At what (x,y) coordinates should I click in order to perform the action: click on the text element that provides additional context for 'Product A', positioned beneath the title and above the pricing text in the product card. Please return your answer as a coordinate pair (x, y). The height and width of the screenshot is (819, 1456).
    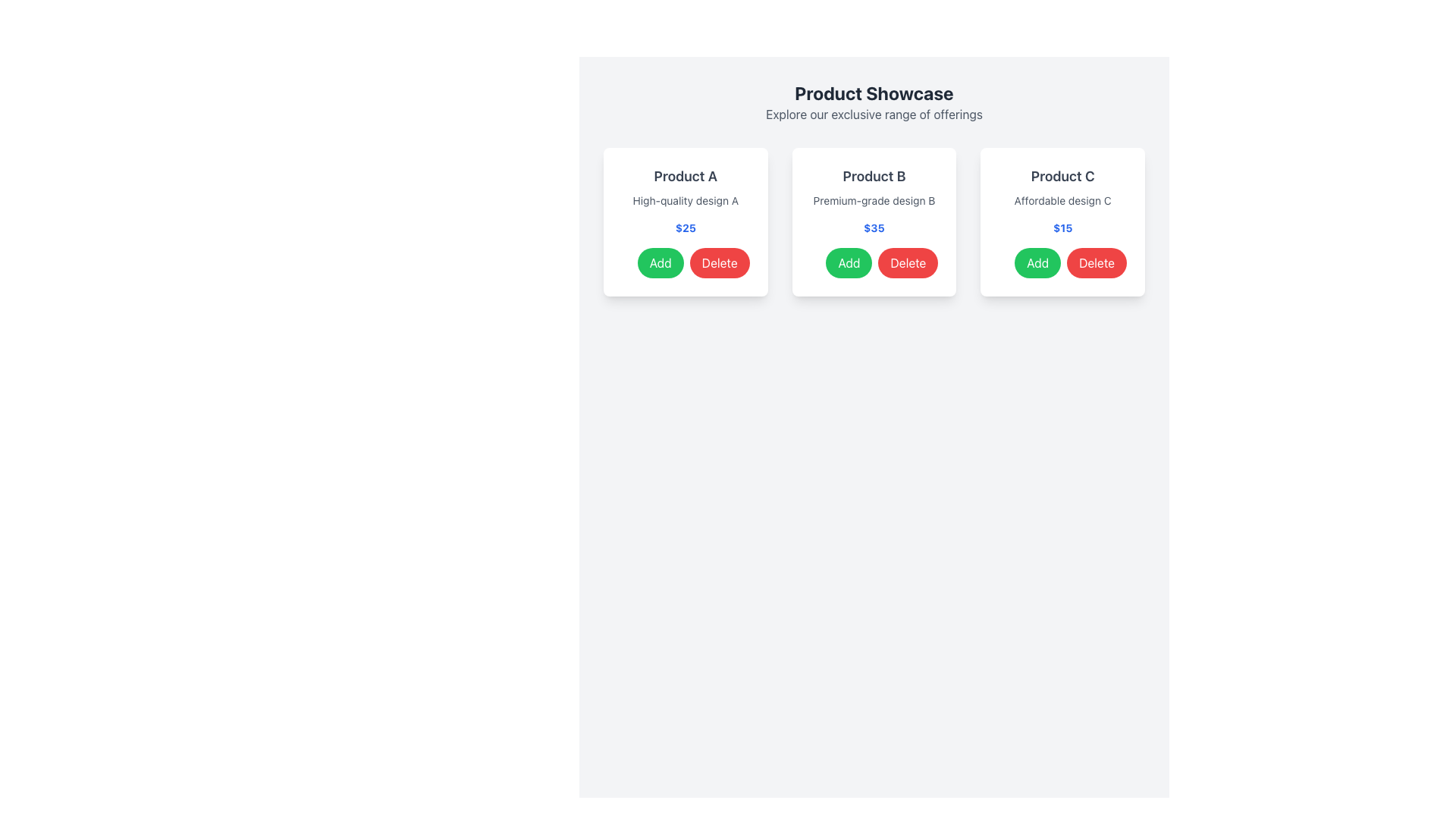
    Looking at the image, I should click on (685, 200).